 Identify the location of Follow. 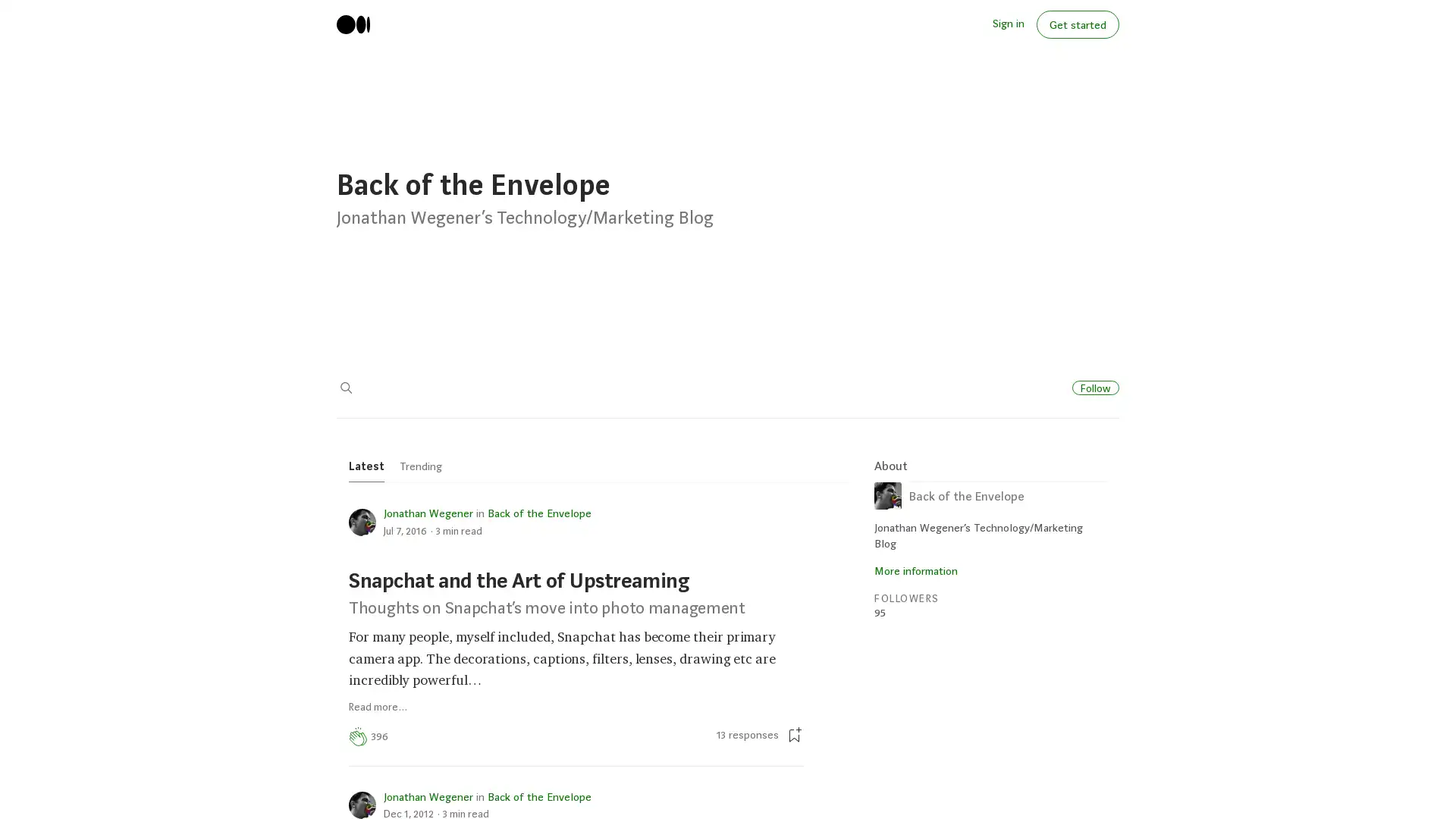
(1095, 386).